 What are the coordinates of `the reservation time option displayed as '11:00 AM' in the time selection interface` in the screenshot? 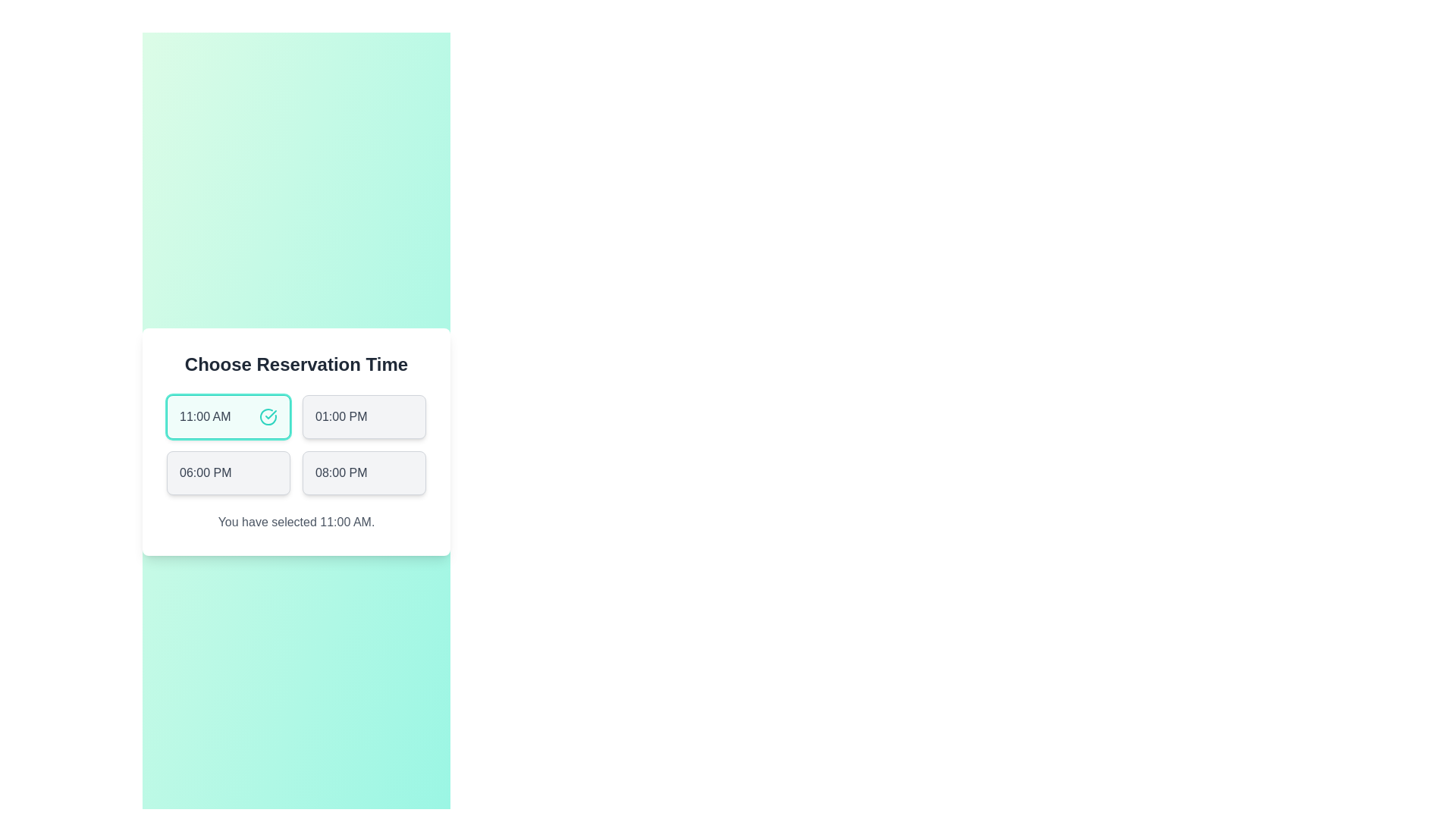 It's located at (204, 417).